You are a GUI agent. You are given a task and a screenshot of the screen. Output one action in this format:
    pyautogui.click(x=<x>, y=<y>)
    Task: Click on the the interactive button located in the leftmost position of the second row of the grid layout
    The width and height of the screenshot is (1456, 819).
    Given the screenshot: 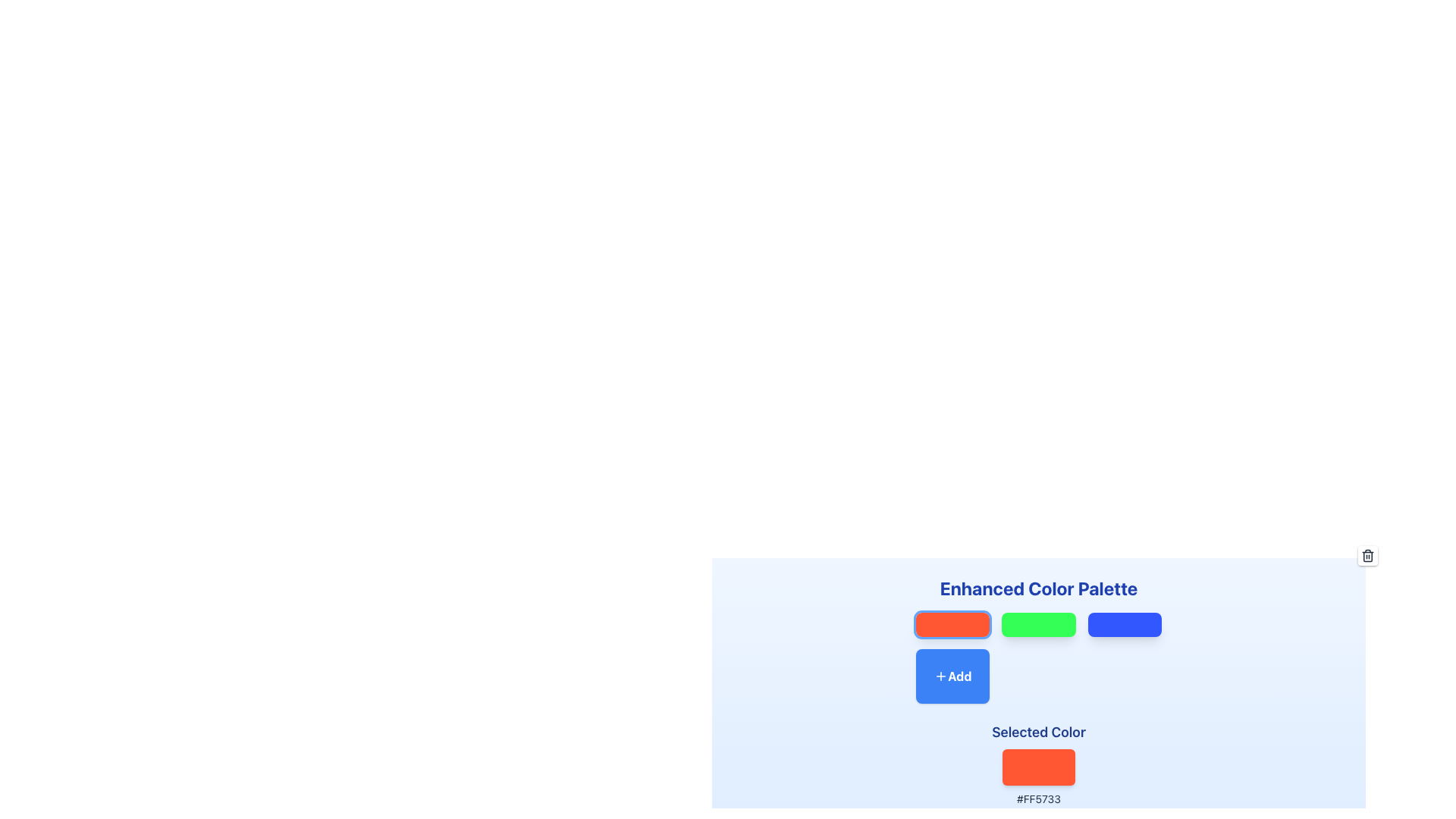 What is the action you would take?
    pyautogui.click(x=952, y=675)
    